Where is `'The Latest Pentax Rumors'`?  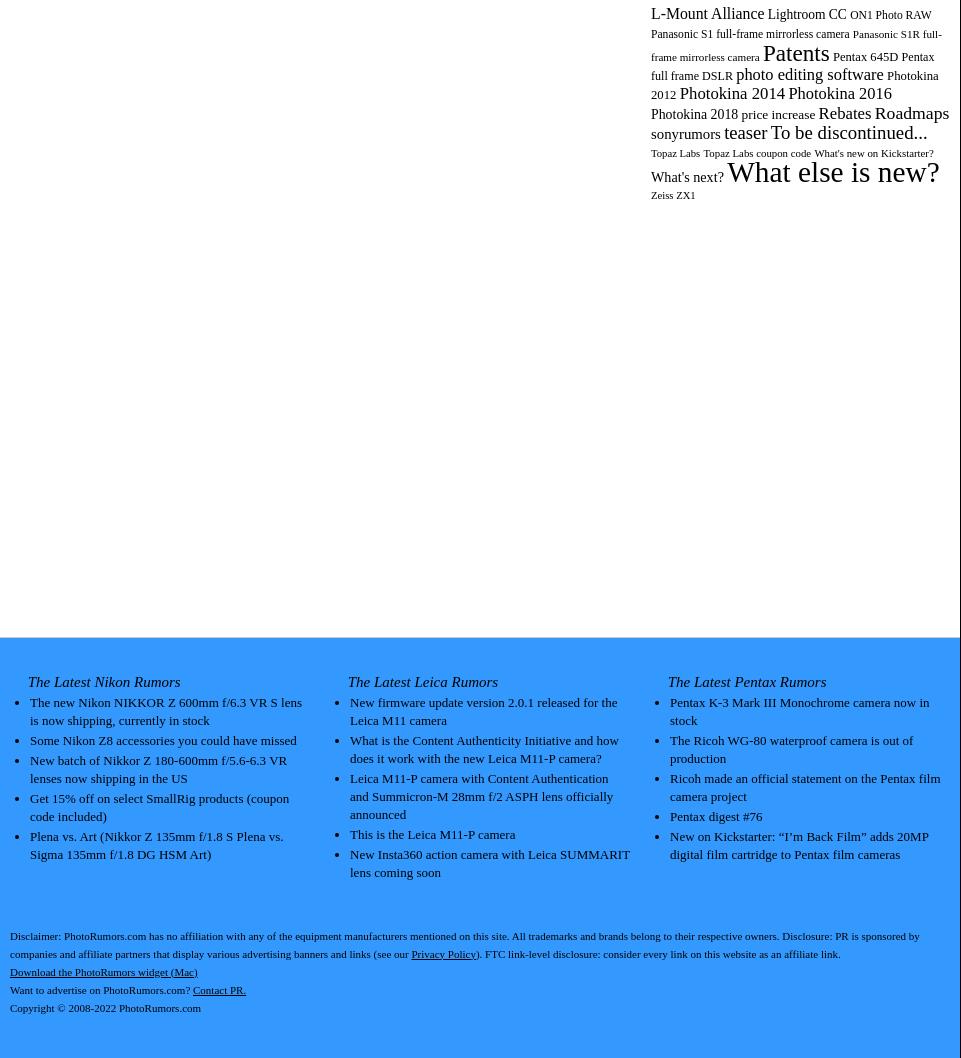 'The Latest Pentax Rumors' is located at coordinates (666, 680).